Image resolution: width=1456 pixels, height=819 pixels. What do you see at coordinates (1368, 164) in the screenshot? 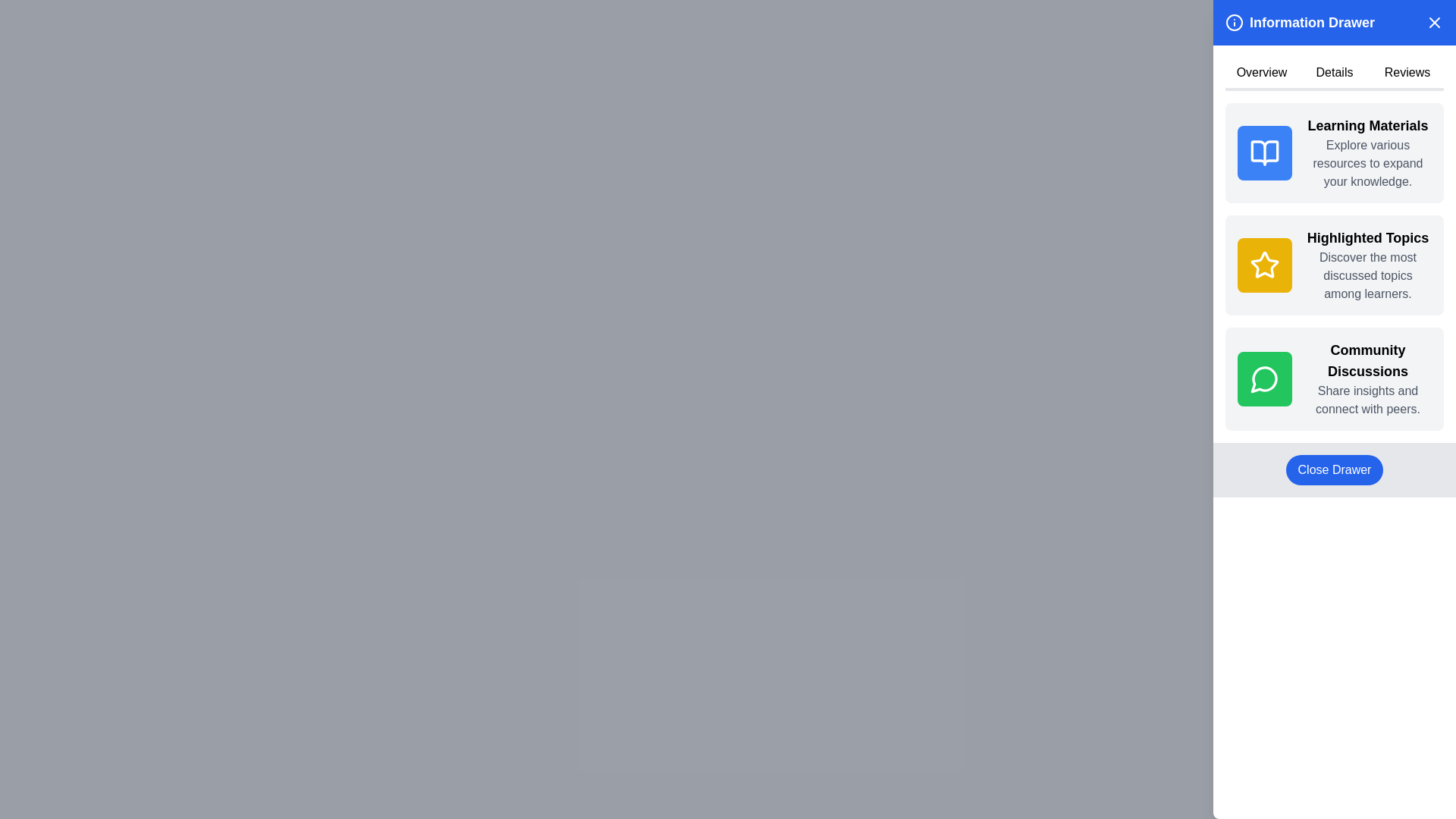
I see `the textual element displaying the phrase 'Explore various resources to expand your knowledge.' styled in gray text, located under the 'Learning Materials' section` at bounding box center [1368, 164].